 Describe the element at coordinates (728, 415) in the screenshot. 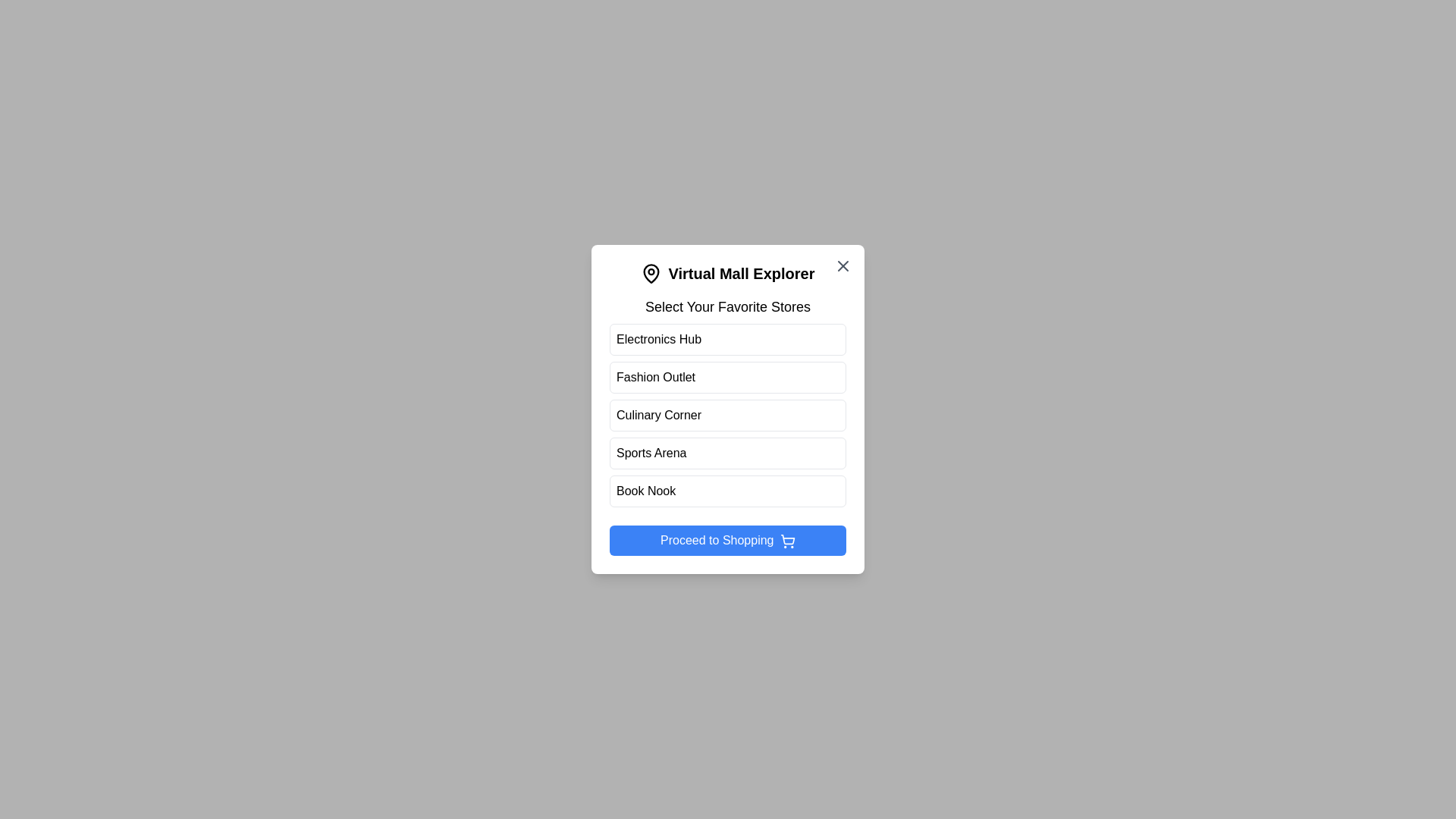

I see `the third selectable option in the vertical list within the modal window` at that location.